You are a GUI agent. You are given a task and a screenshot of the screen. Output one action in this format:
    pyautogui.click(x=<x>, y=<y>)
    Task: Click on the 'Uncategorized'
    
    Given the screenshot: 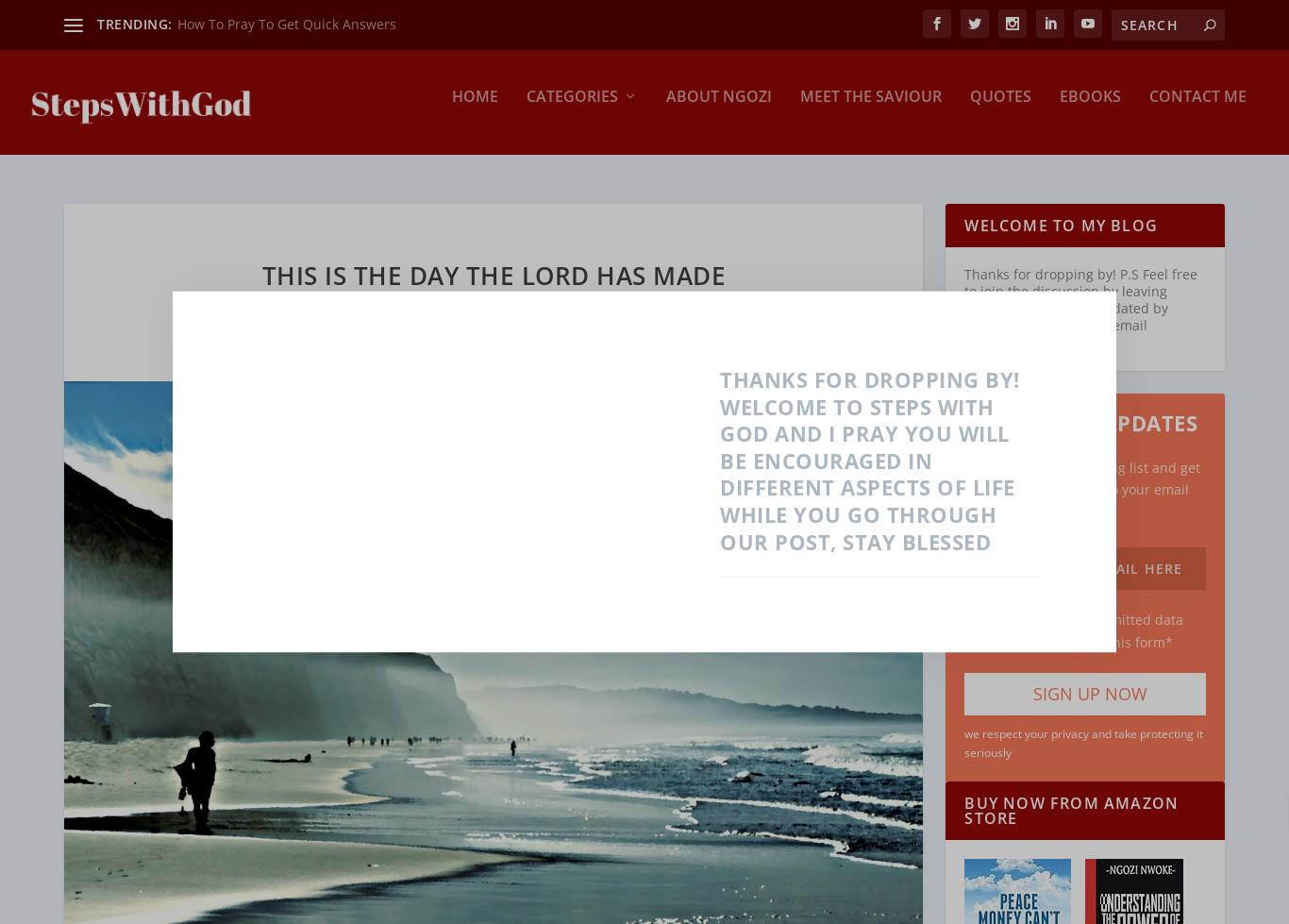 What is the action you would take?
    pyautogui.click(x=717, y=466)
    